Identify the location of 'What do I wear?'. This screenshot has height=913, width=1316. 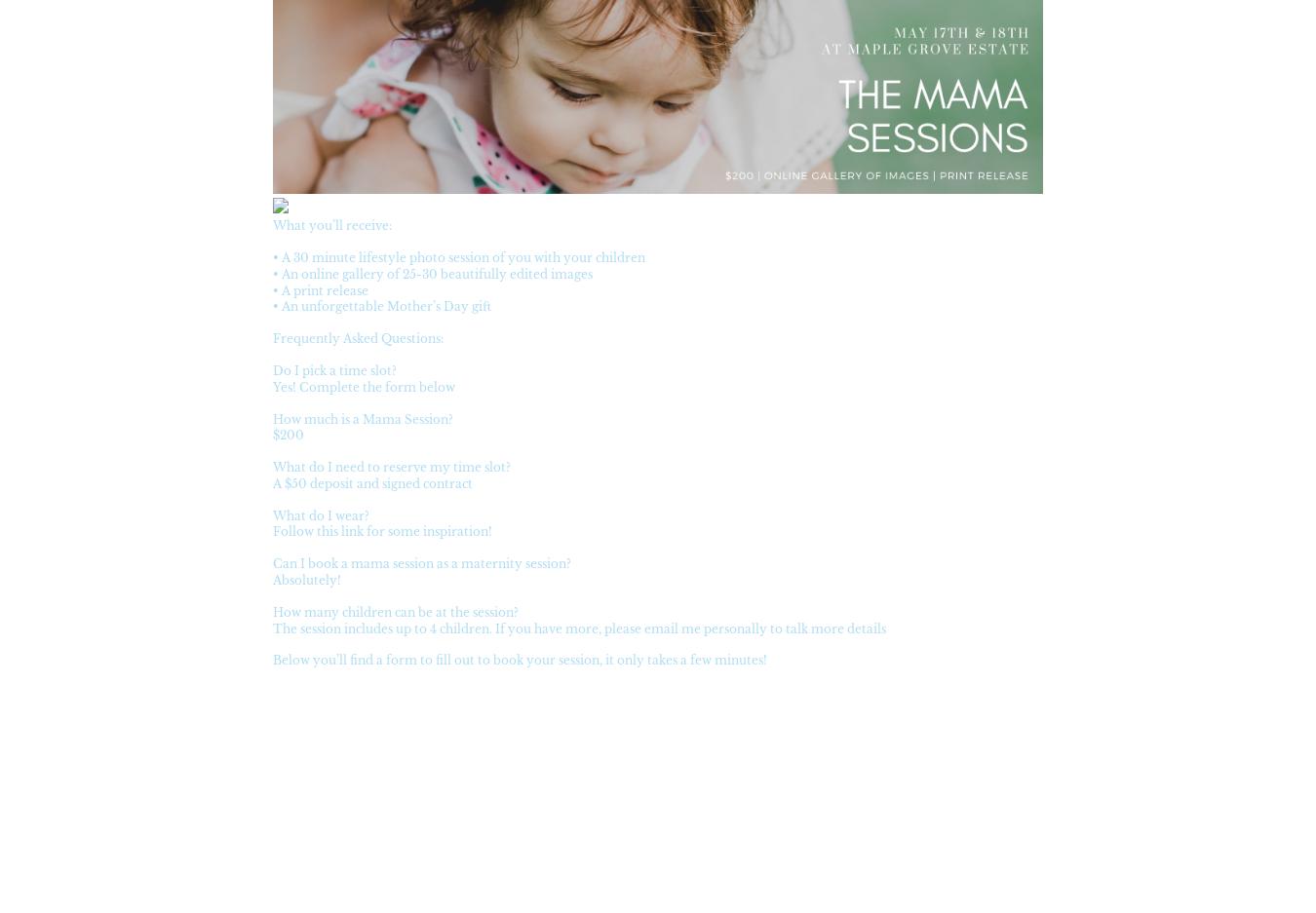
(320, 514).